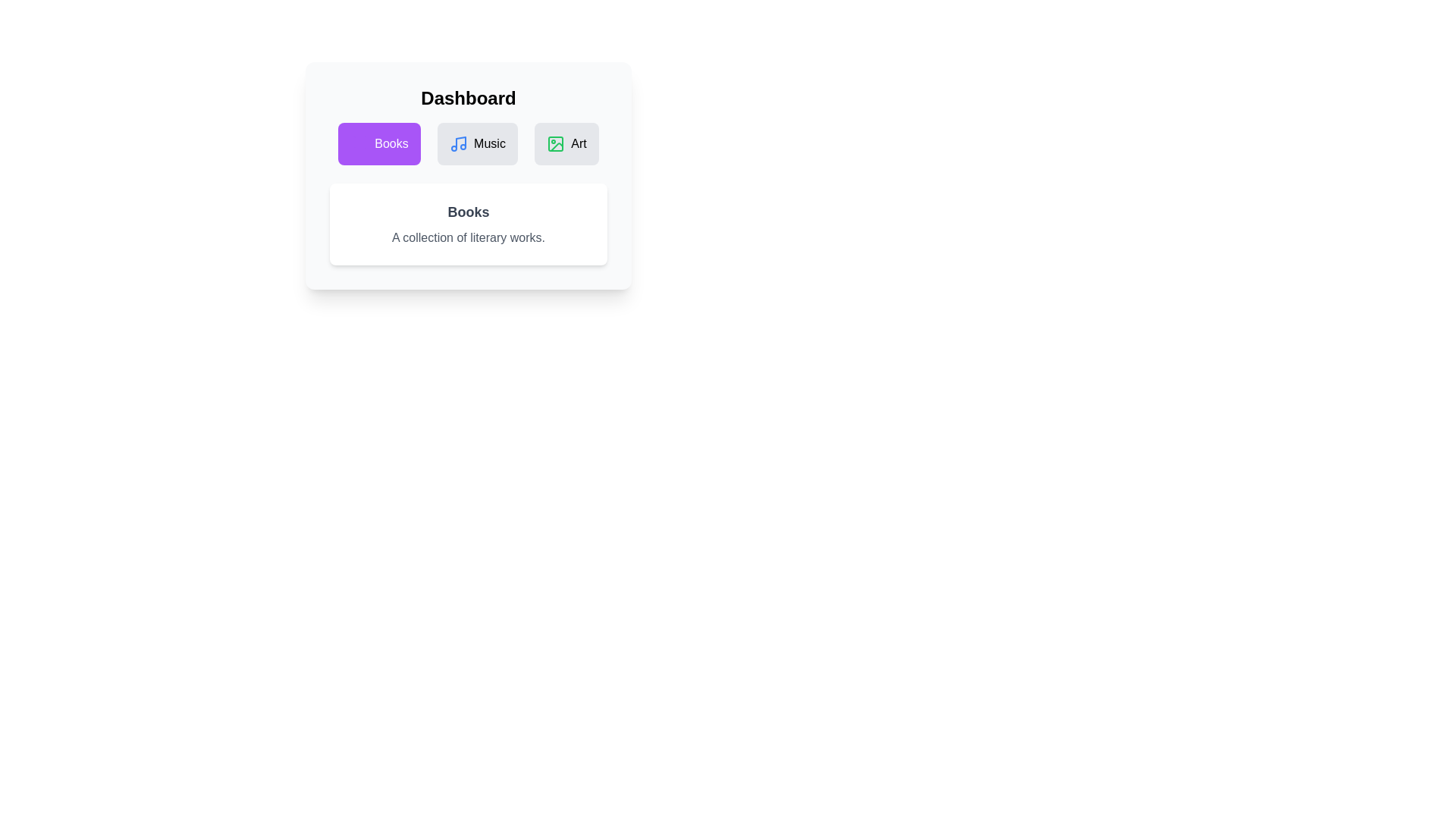 This screenshot has height=819, width=1456. Describe the element at coordinates (379, 143) in the screenshot. I see `the tab icon corresponding to Books` at that location.